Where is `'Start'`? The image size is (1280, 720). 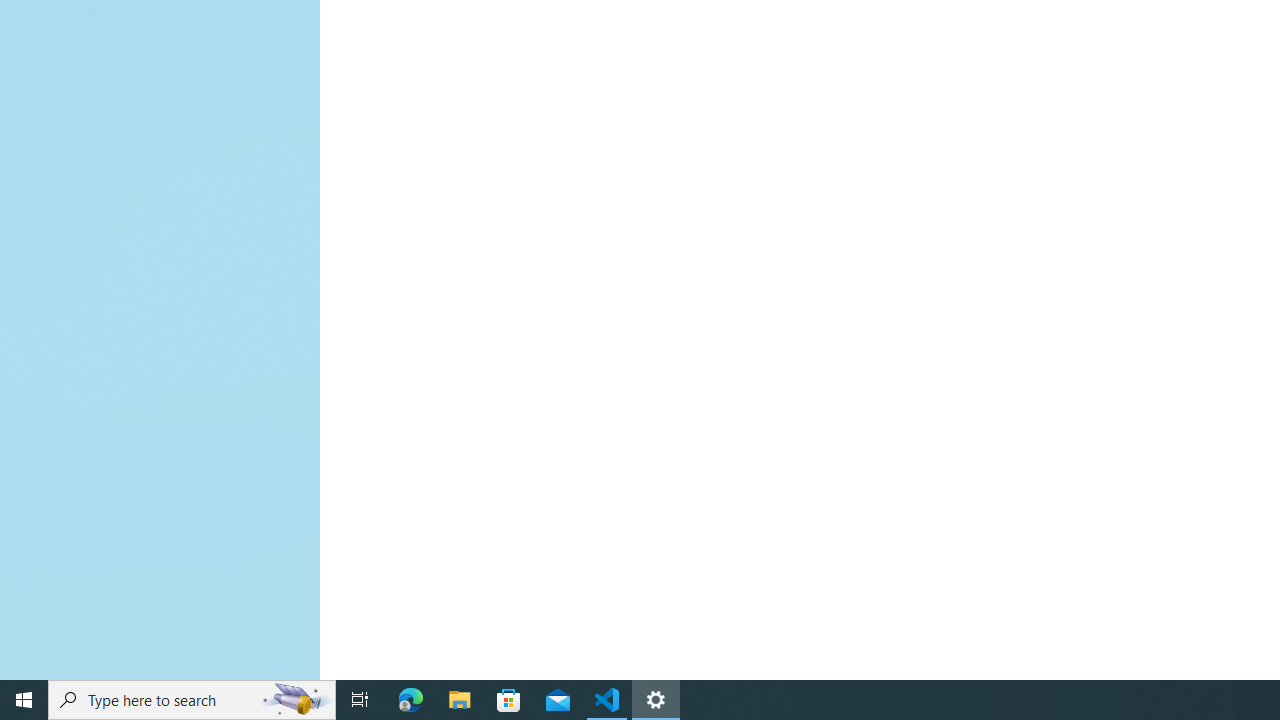 'Start' is located at coordinates (24, 698).